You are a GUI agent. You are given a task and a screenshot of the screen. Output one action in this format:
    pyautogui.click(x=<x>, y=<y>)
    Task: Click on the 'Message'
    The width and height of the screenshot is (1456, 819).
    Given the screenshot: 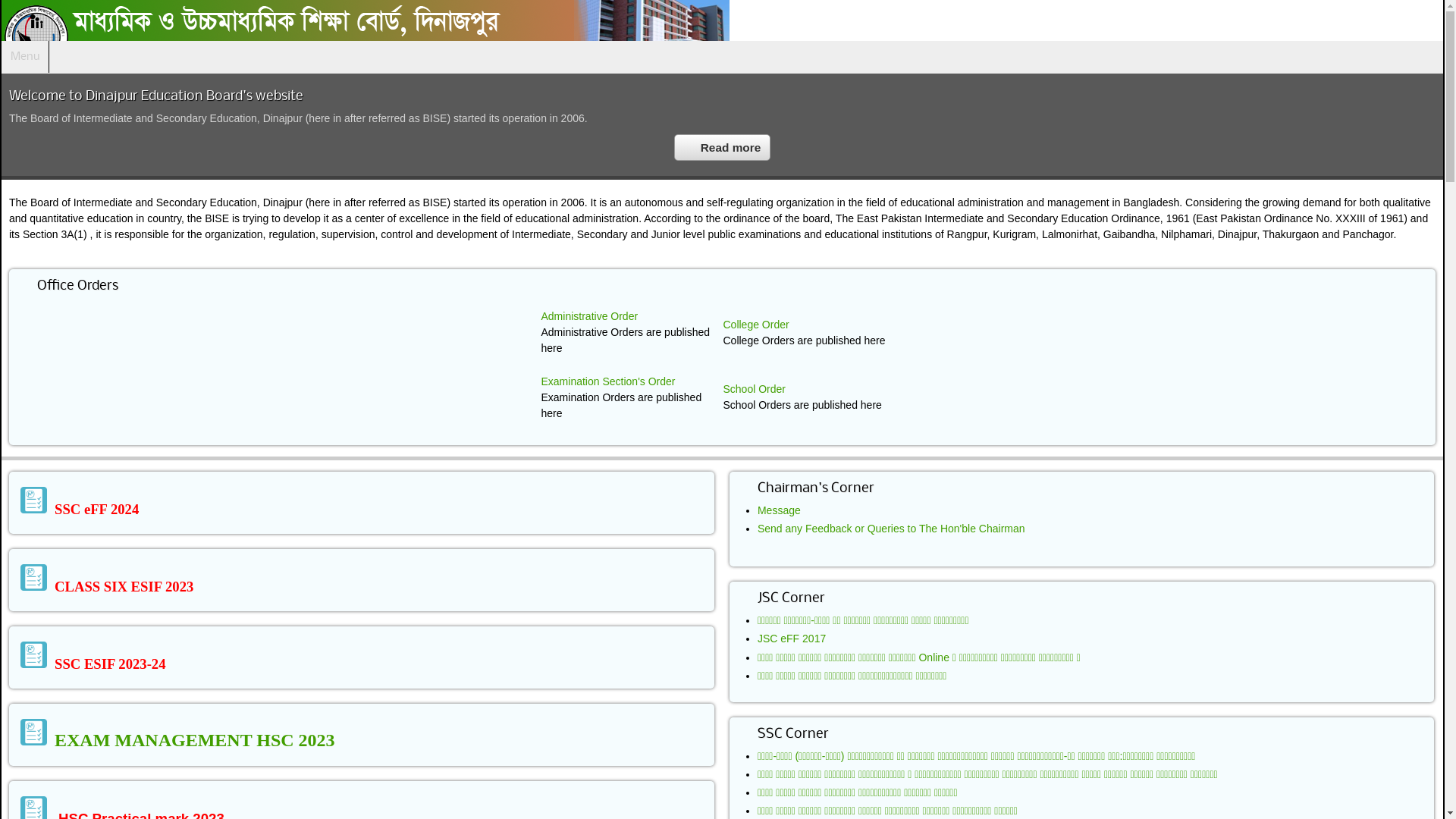 What is the action you would take?
    pyautogui.click(x=779, y=510)
    